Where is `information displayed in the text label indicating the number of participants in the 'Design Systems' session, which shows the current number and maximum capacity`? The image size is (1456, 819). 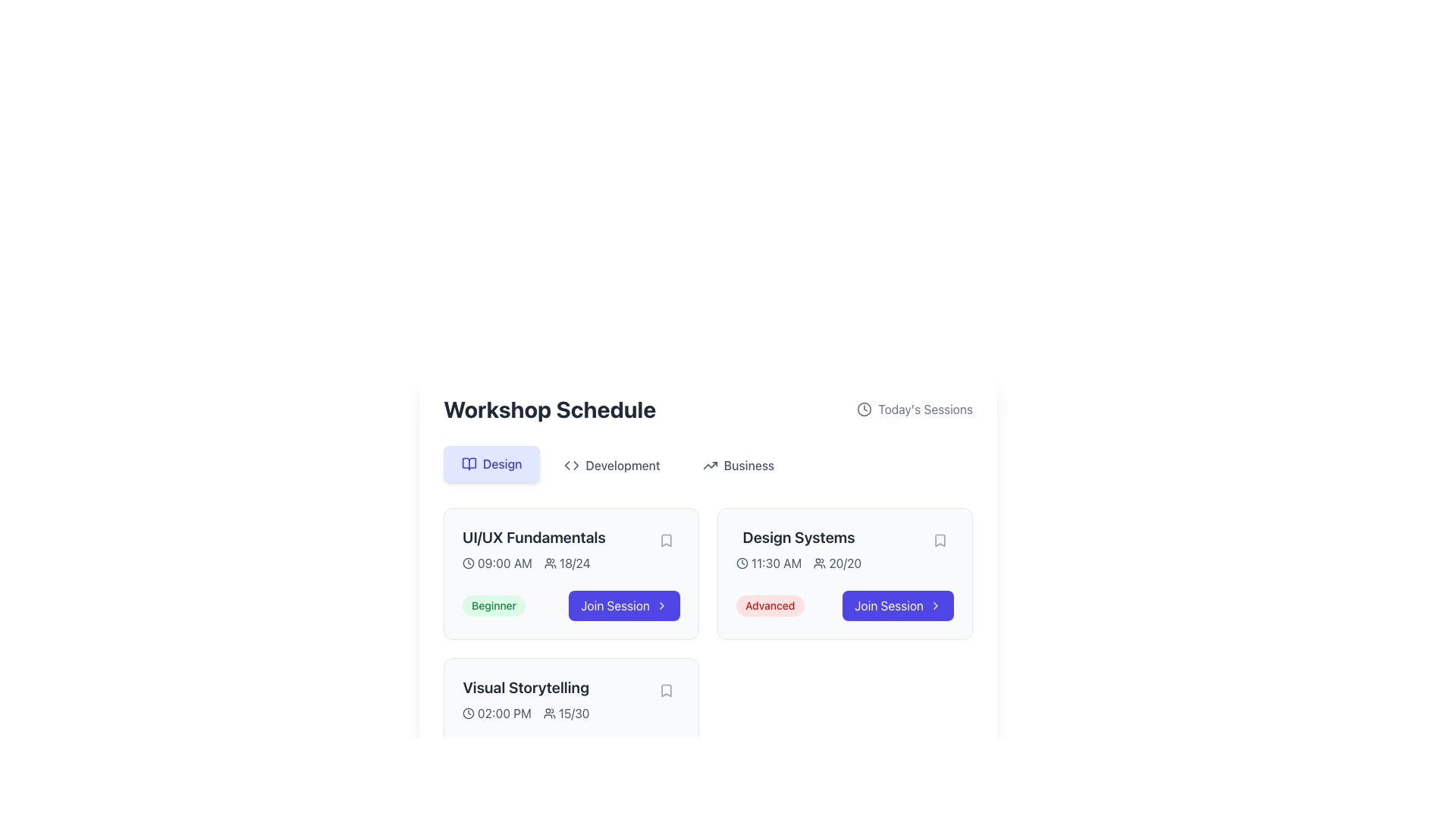
information displayed in the text label indicating the number of participants in the 'Design Systems' session, which shows the current number and maximum capacity is located at coordinates (836, 563).